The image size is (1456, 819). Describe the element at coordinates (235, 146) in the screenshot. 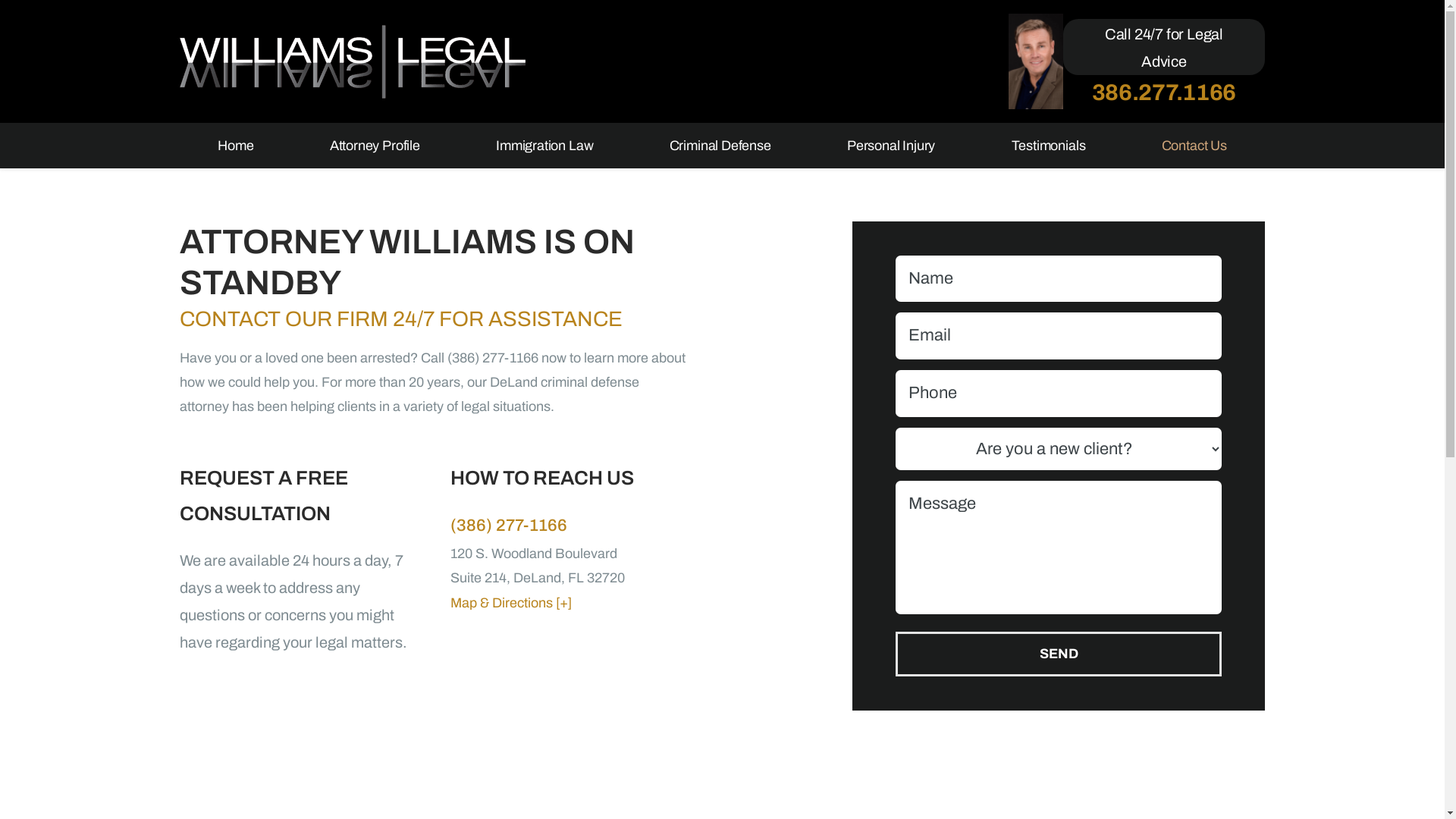

I see `'Home'` at that location.